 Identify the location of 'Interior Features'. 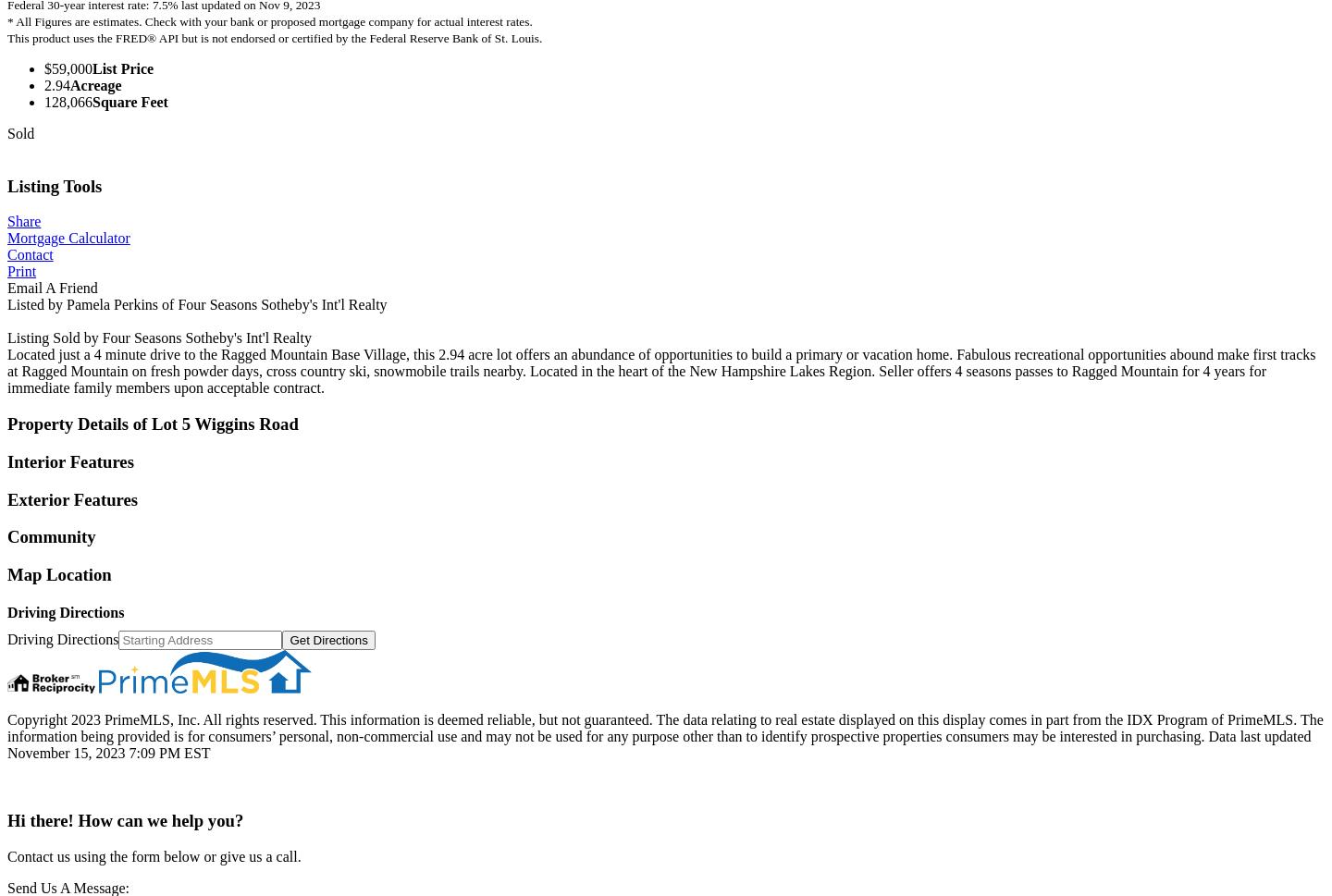
(70, 460).